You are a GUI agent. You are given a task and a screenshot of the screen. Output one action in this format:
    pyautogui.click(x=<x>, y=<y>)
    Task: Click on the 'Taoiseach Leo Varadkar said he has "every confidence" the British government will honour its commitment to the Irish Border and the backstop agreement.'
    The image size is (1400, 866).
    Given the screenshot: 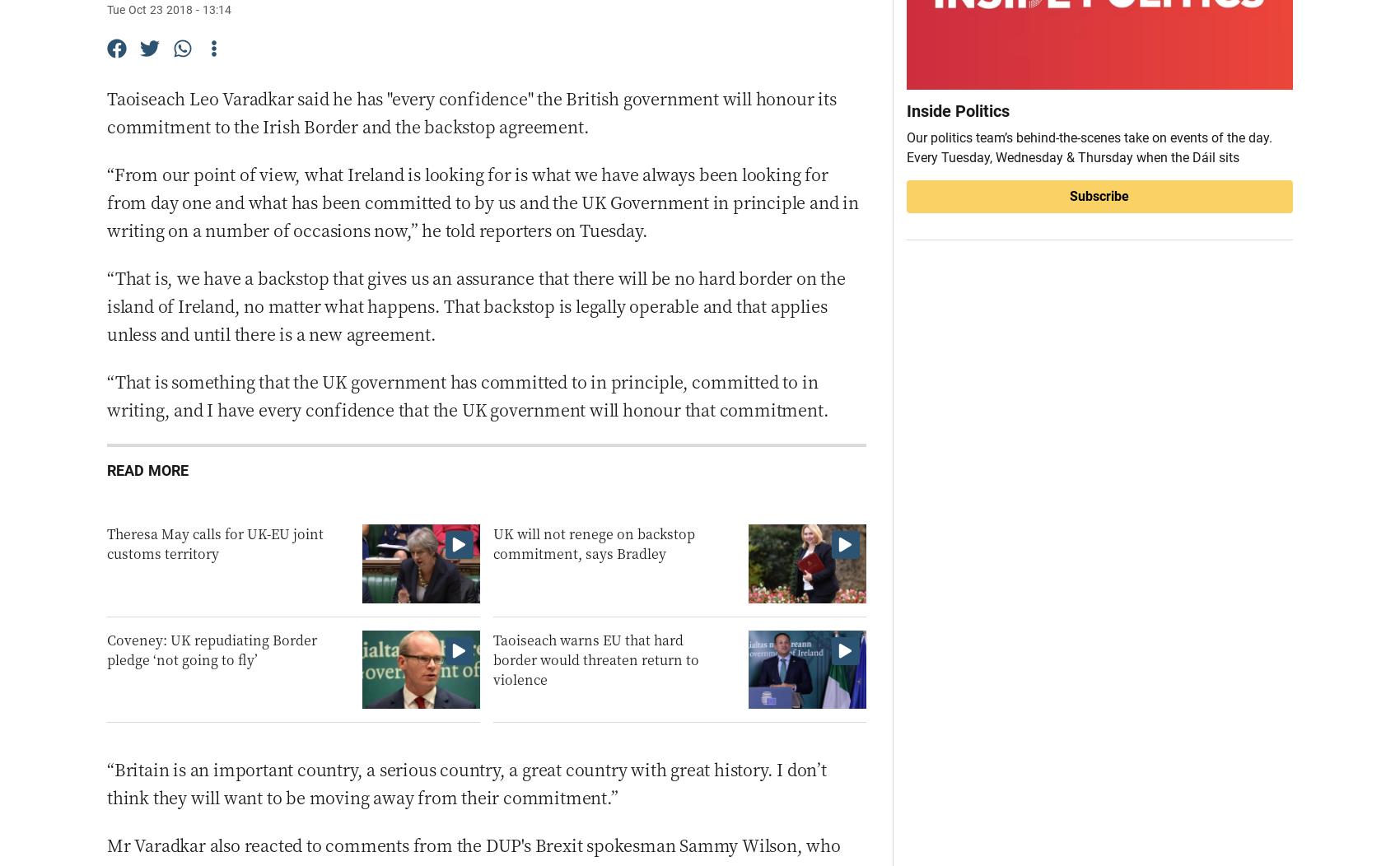 What is the action you would take?
    pyautogui.click(x=470, y=111)
    